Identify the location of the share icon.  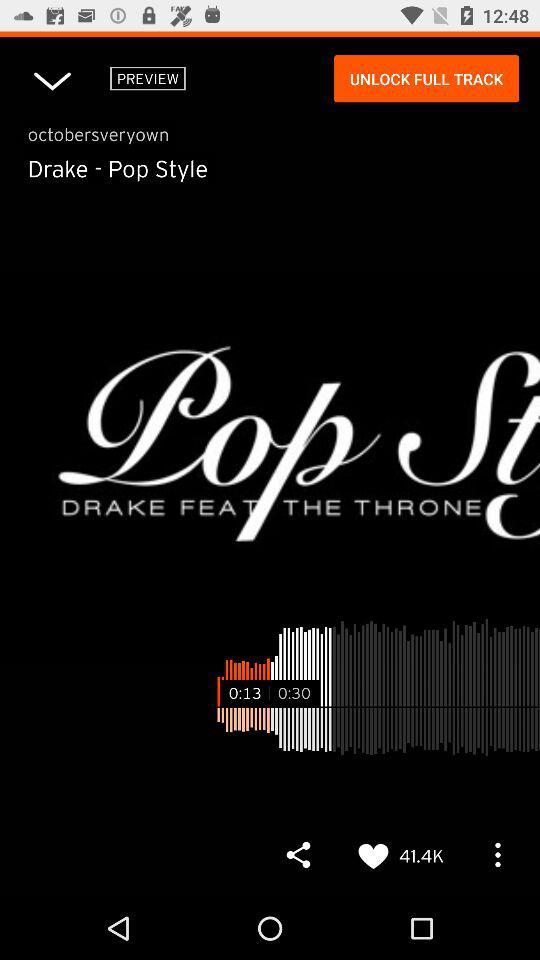
(297, 853).